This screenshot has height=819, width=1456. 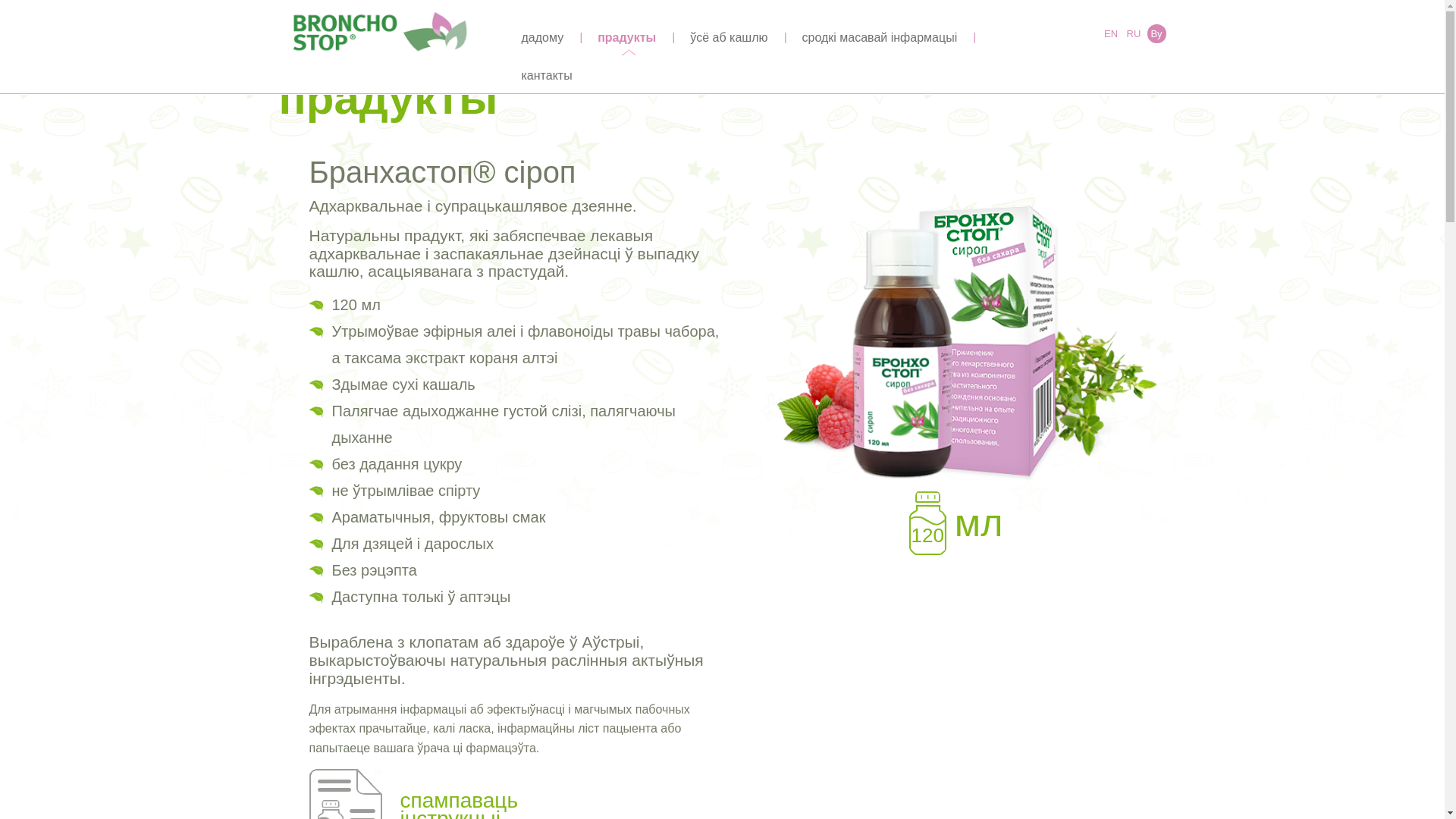 I want to click on 'EN', so click(x=1110, y=33).